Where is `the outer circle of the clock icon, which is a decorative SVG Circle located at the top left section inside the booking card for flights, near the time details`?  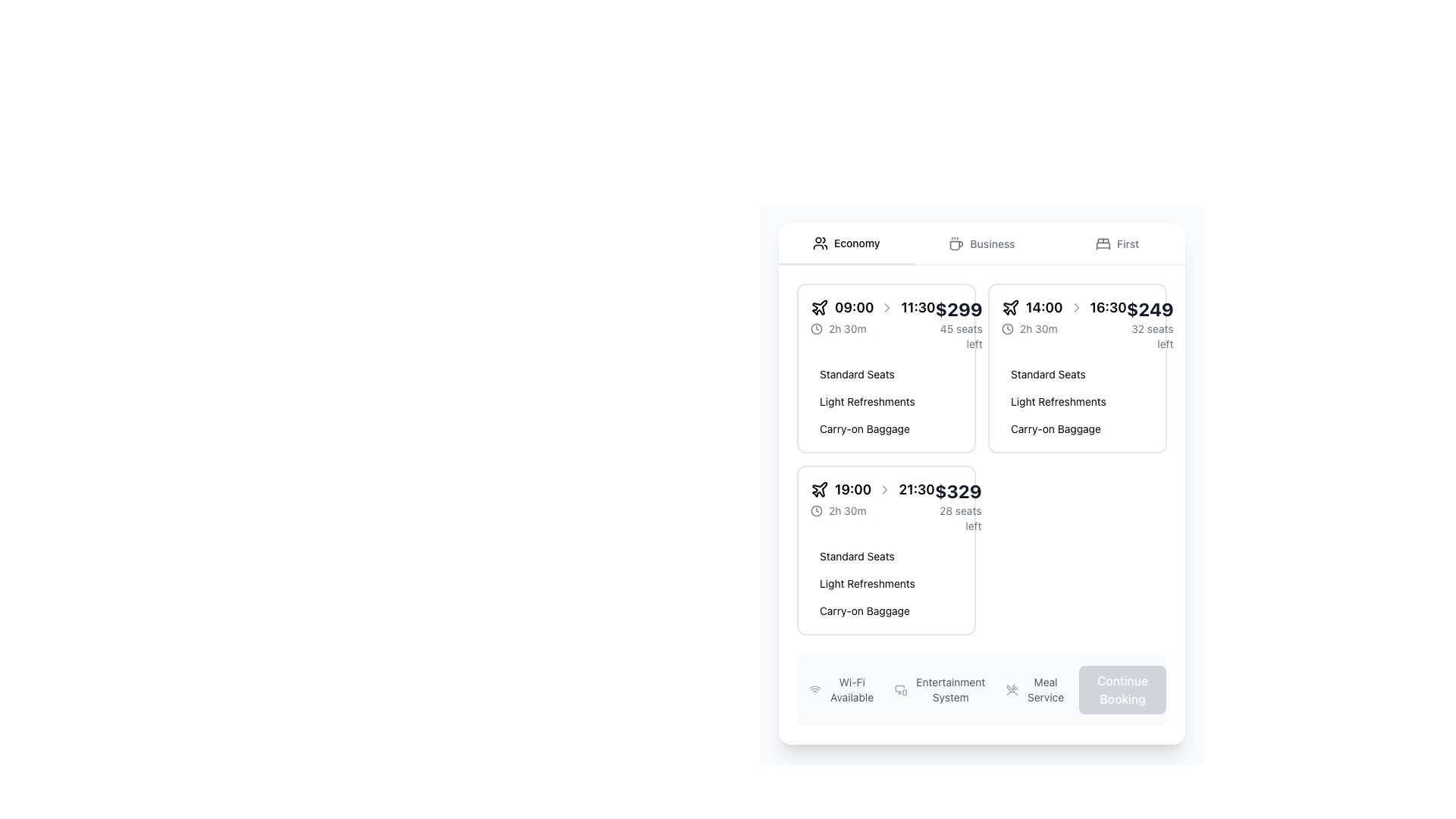 the outer circle of the clock icon, which is a decorative SVG Circle located at the top left section inside the booking card for flights, near the time details is located at coordinates (1008, 328).